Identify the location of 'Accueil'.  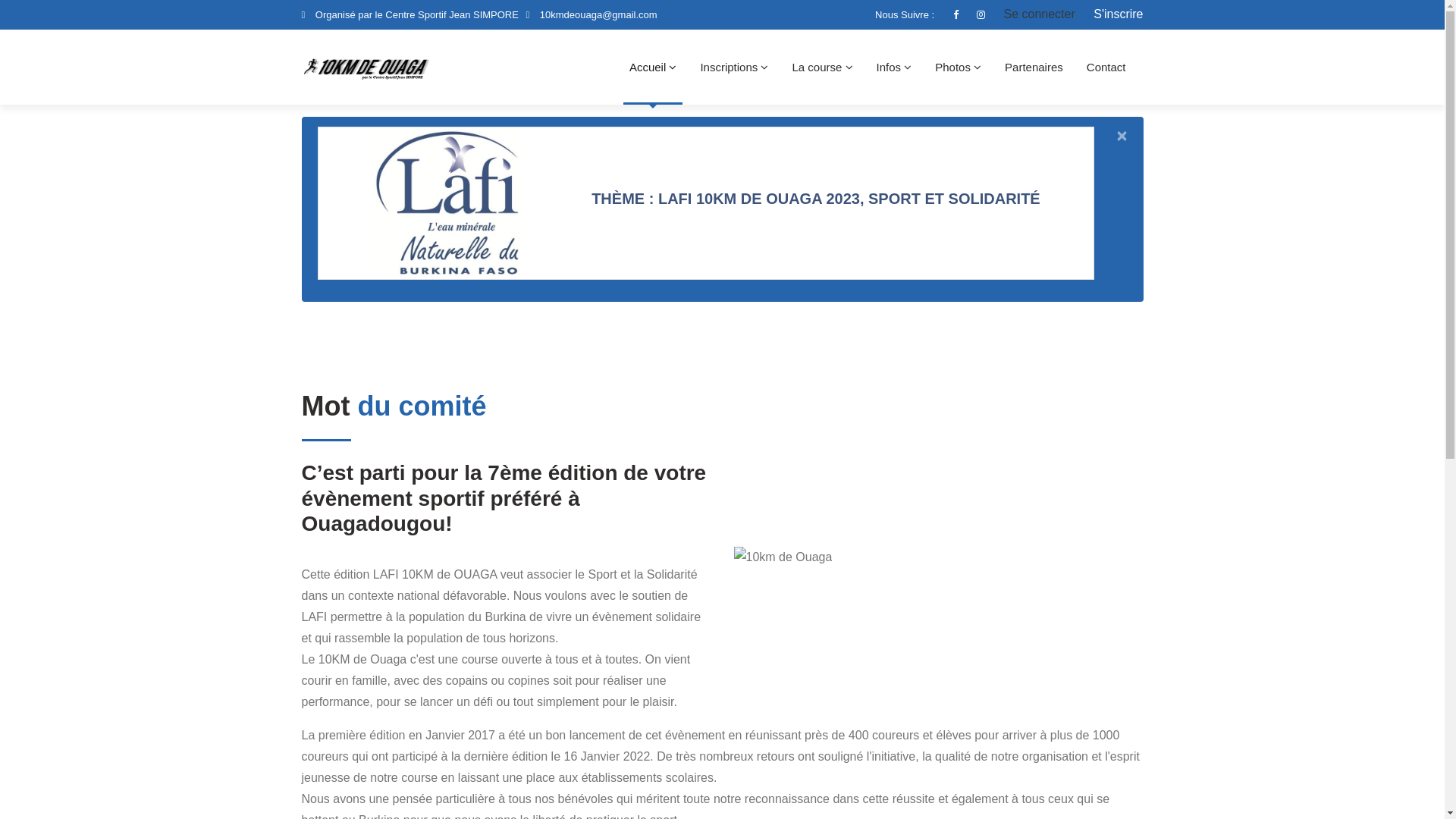
(623, 66).